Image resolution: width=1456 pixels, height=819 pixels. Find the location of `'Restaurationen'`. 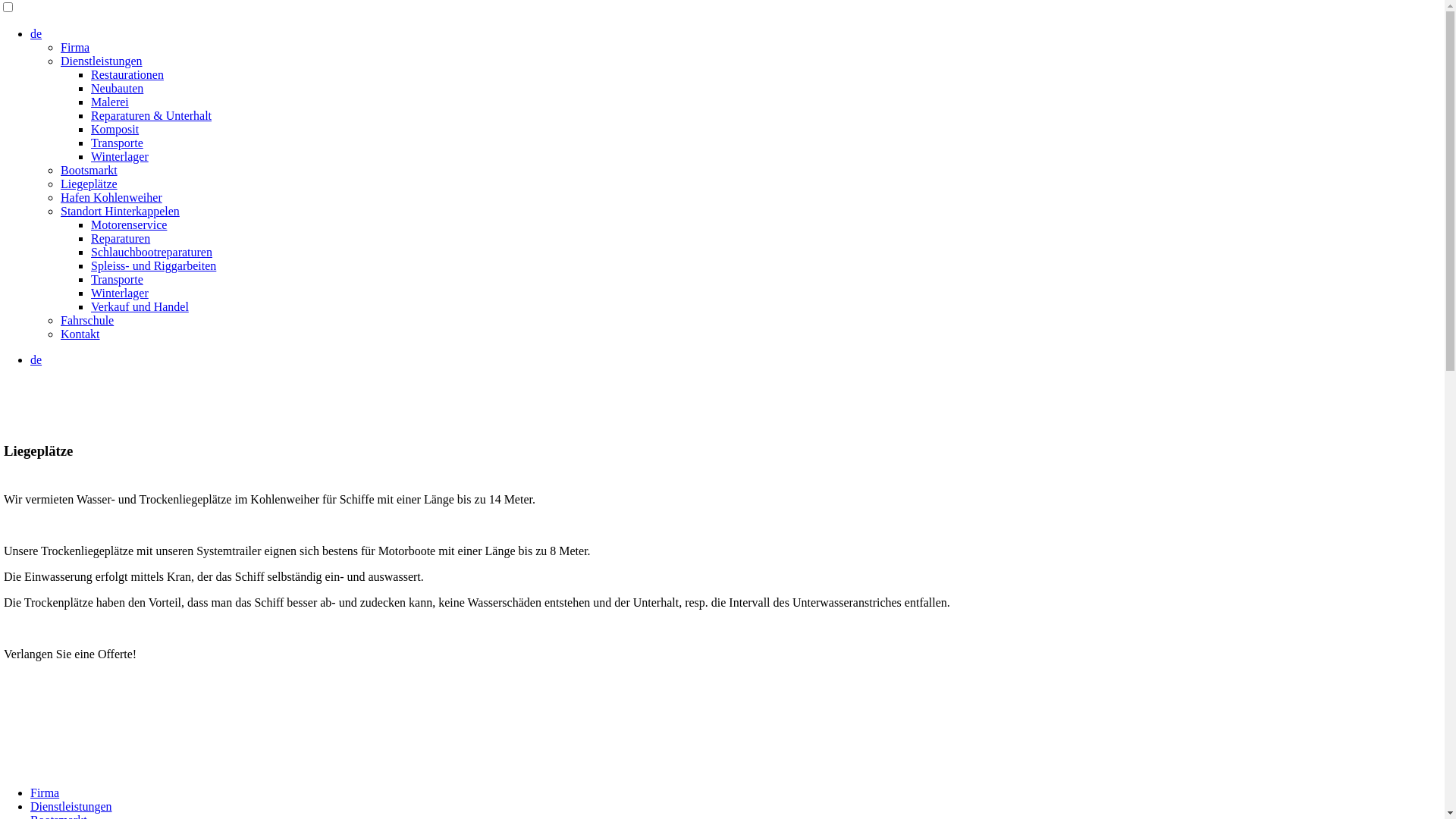

'Restaurationen' is located at coordinates (127, 74).